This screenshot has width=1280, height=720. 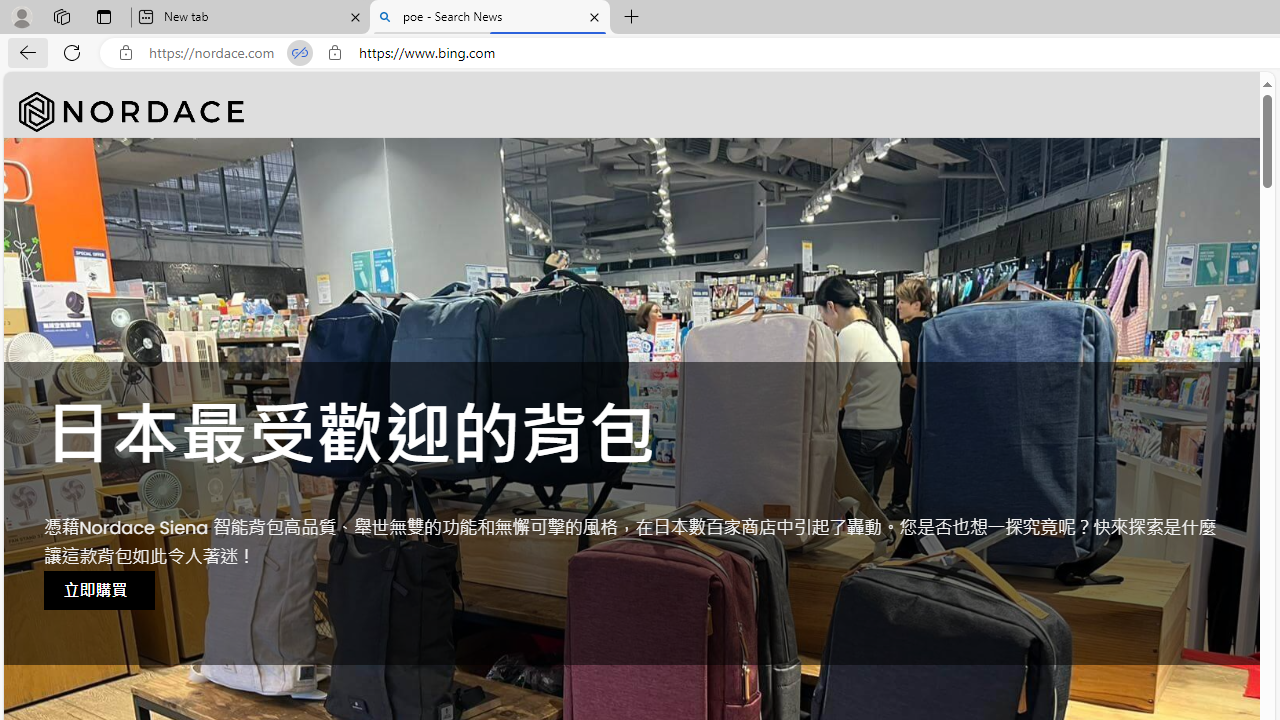 I want to click on 'poe - Search News', so click(x=490, y=17).